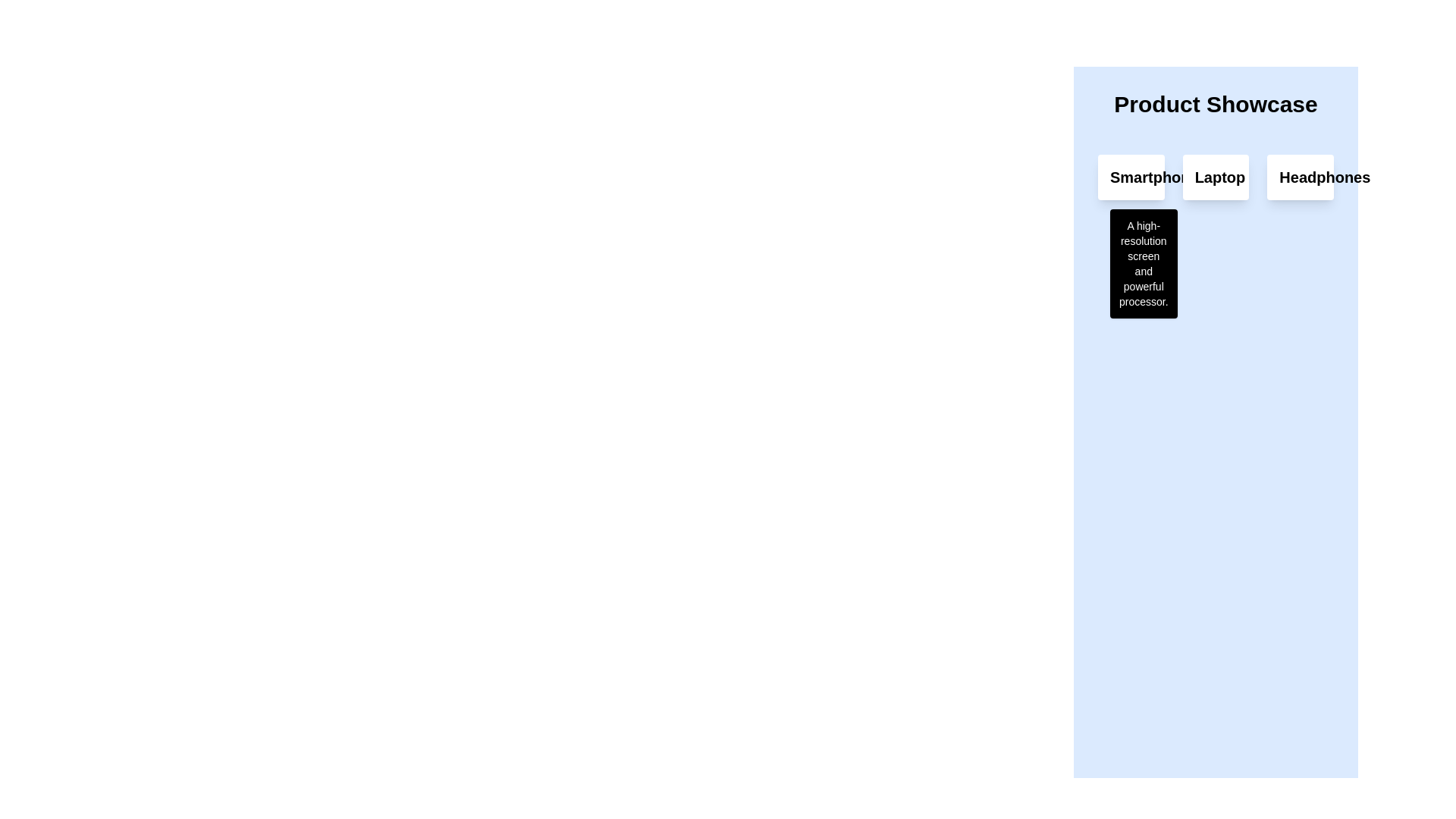 This screenshot has width=1456, height=819. I want to click on information content displayed in the tooltip or informational box located below the 'Smartphone' label, so click(1144, 262).